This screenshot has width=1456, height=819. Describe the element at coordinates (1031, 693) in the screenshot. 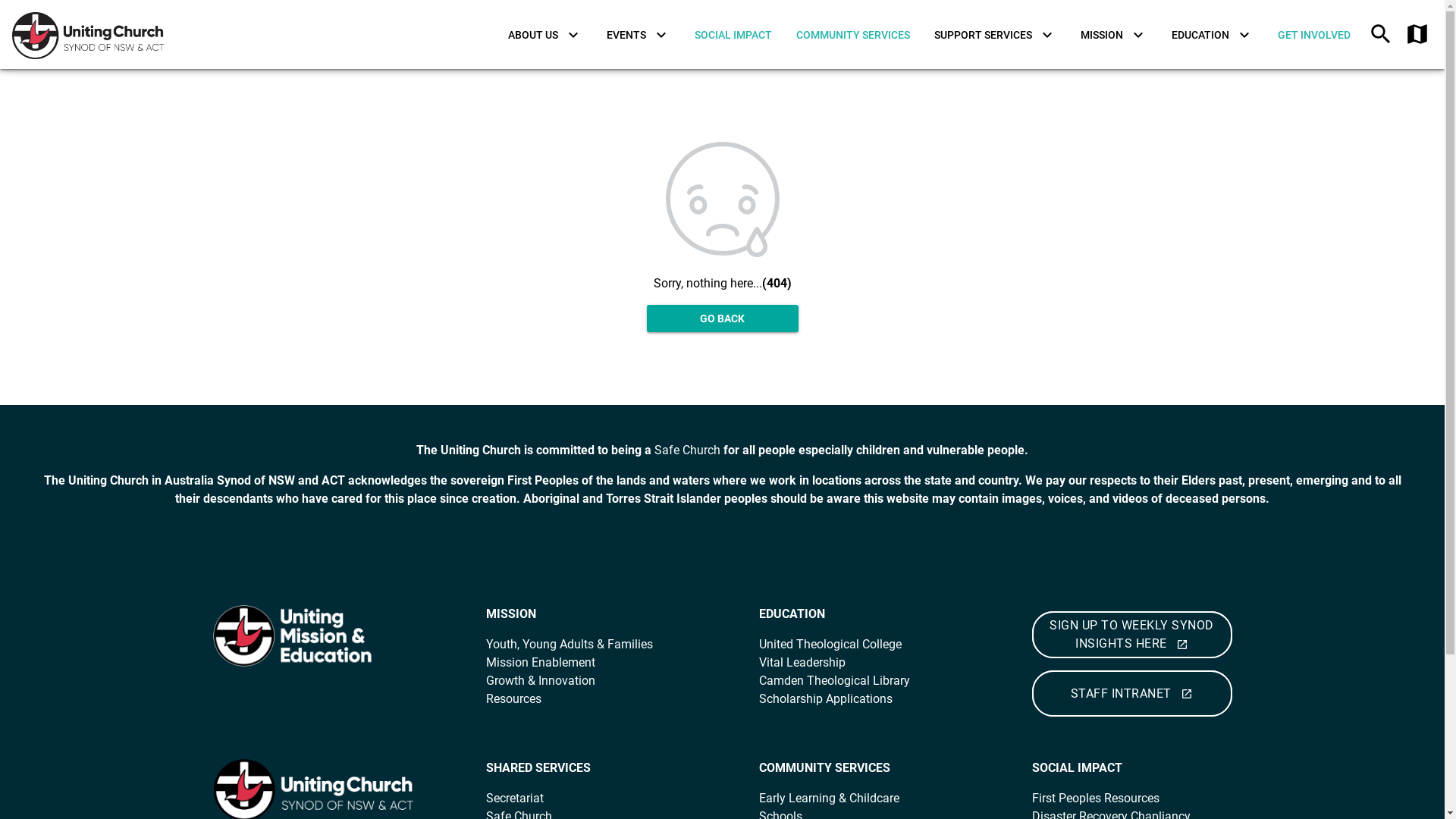

I see `'STAFF INTRANET` at that location.